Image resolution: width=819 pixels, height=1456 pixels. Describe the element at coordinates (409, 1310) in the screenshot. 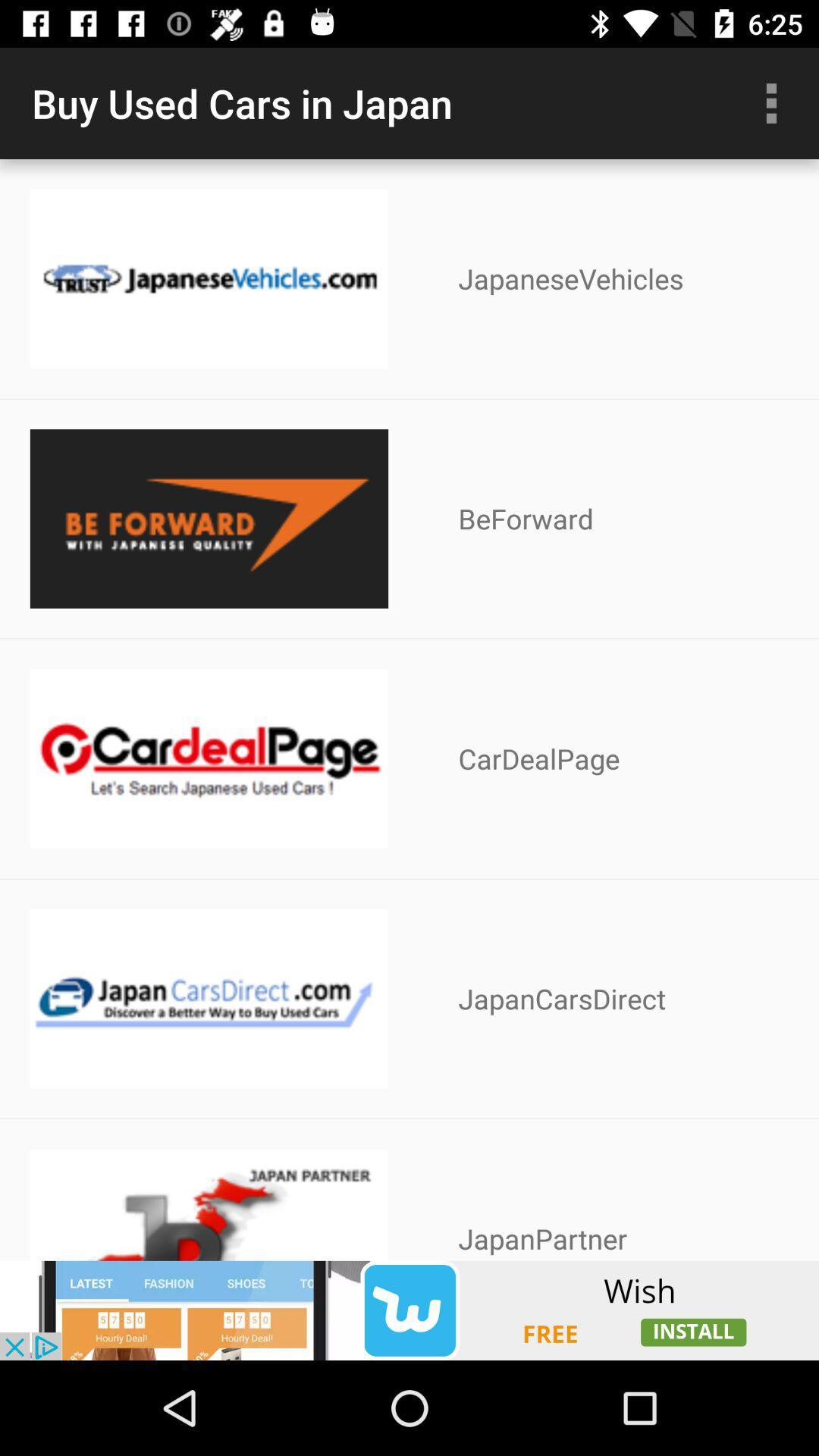

I see `advertisement page` at that location.